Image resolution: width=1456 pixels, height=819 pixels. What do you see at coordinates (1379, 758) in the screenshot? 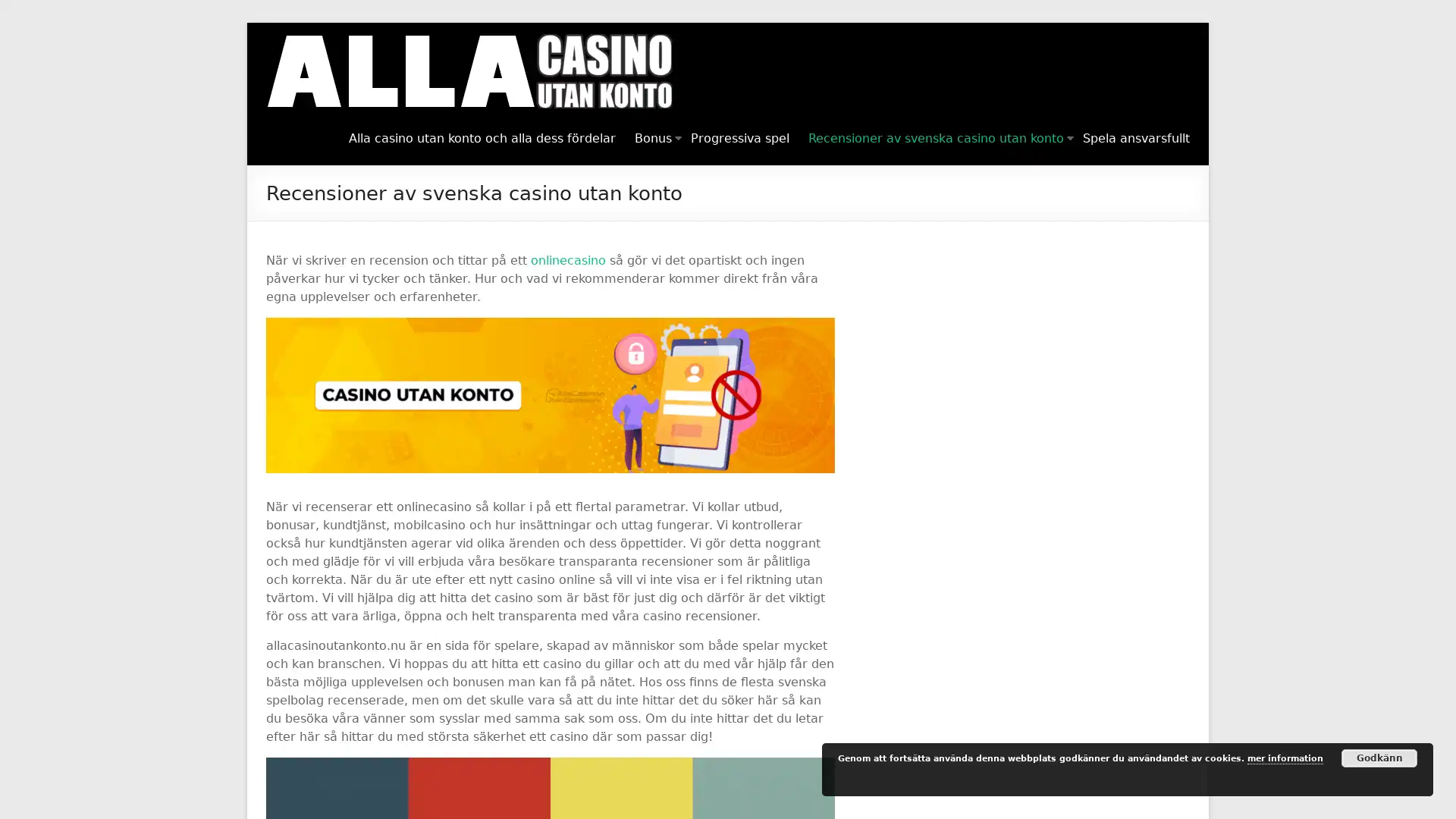
I see `Godkann` at bounding box center [1379, 758].